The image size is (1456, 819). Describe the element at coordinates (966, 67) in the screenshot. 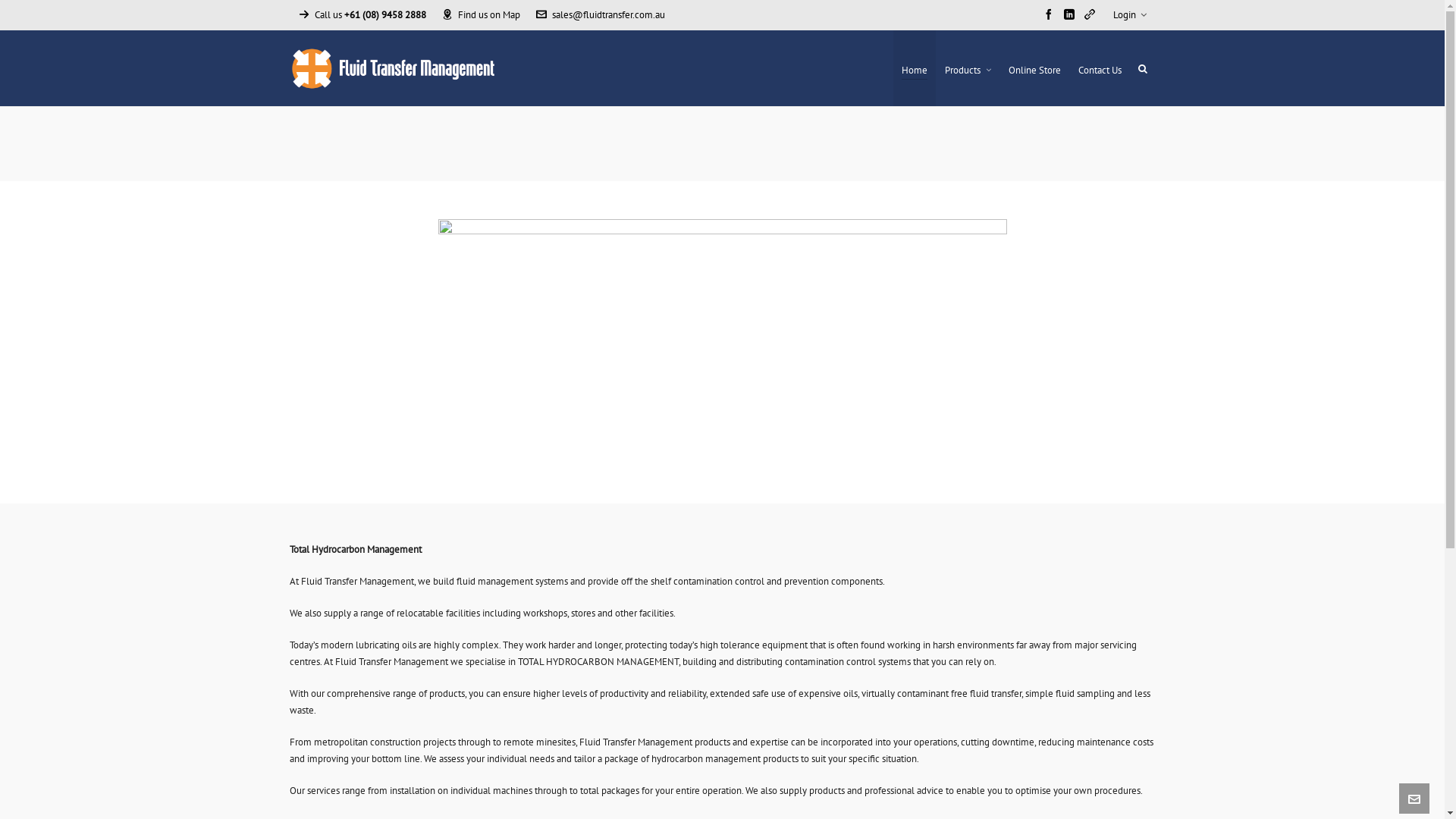

I see `'Products'` at that location.